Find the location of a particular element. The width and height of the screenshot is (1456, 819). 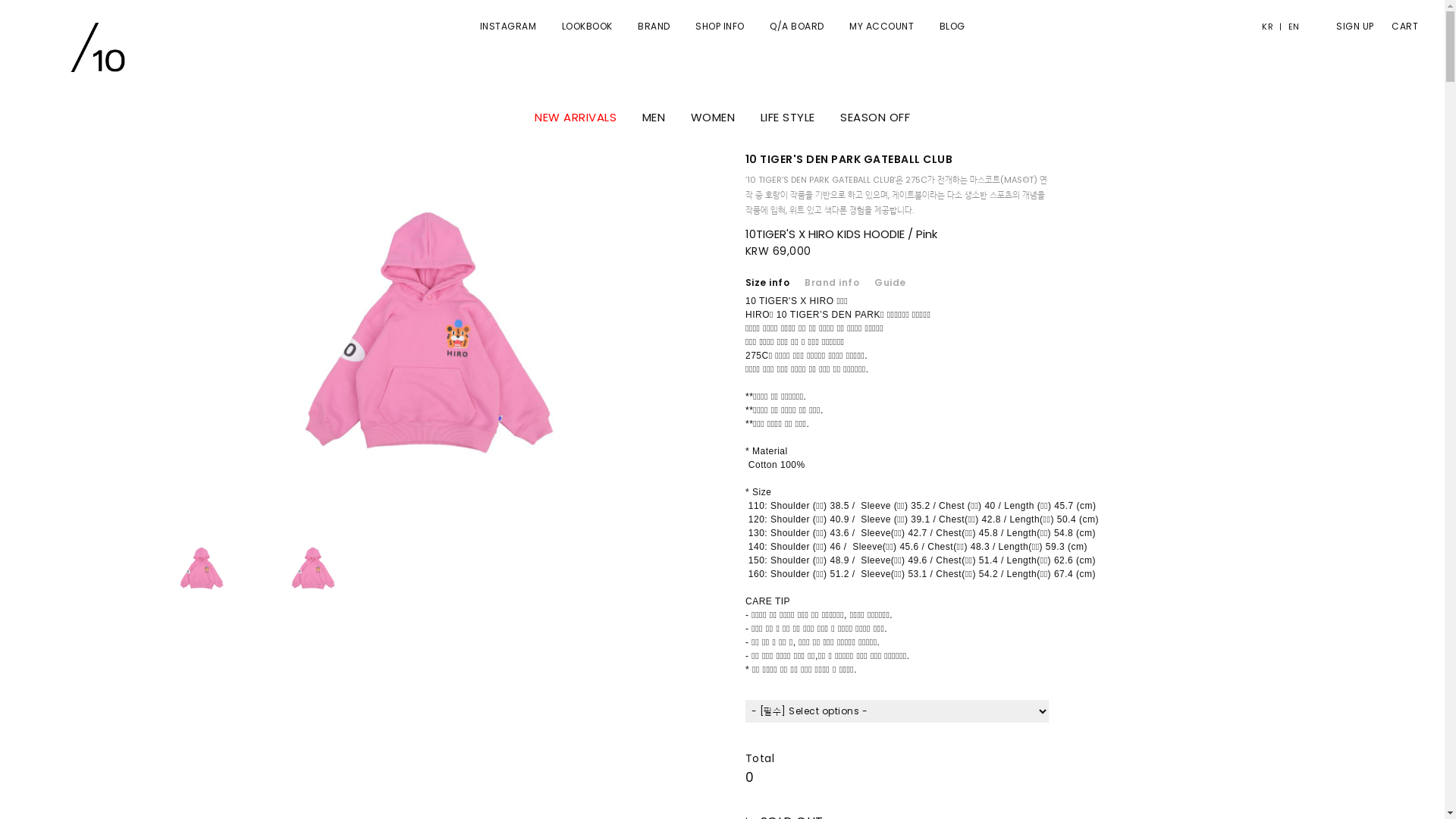

'SHOP INFO' is located at coordinates (719, 26).